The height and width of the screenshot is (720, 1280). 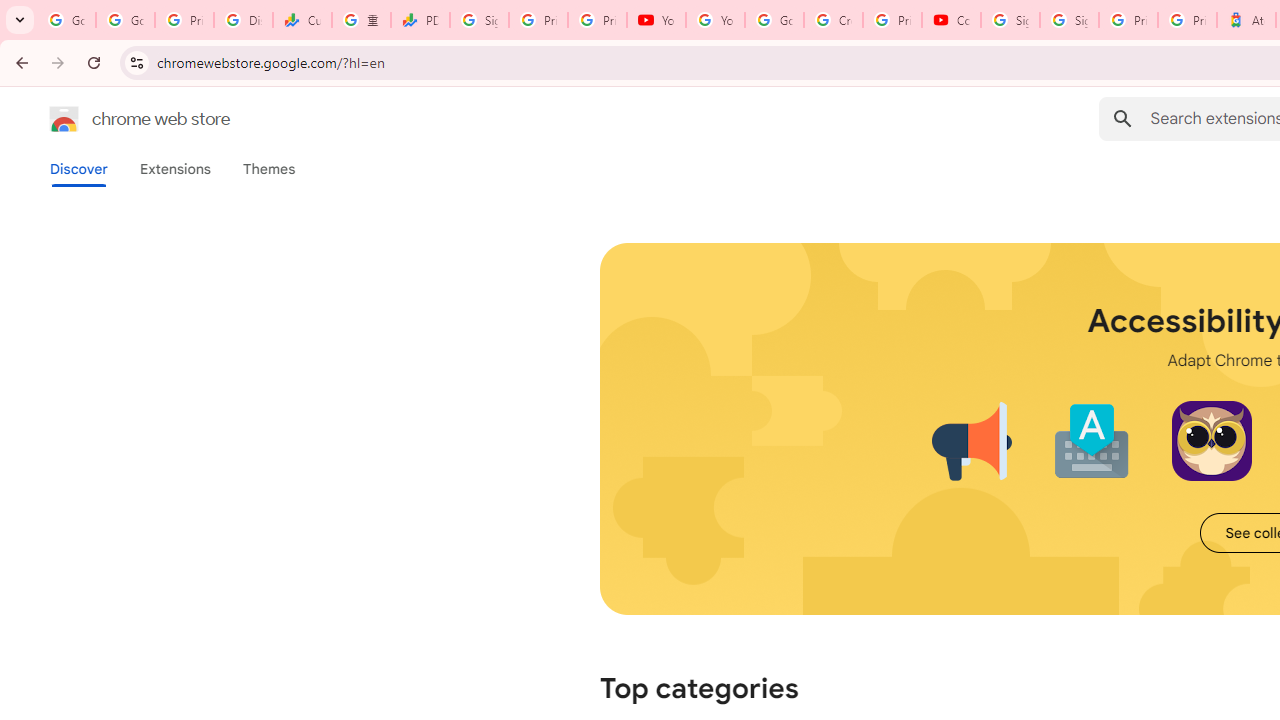 What do you see at coordinates (79, 168) in the screenshot?
I see `'Discover'` at bounding box center [79, 168].